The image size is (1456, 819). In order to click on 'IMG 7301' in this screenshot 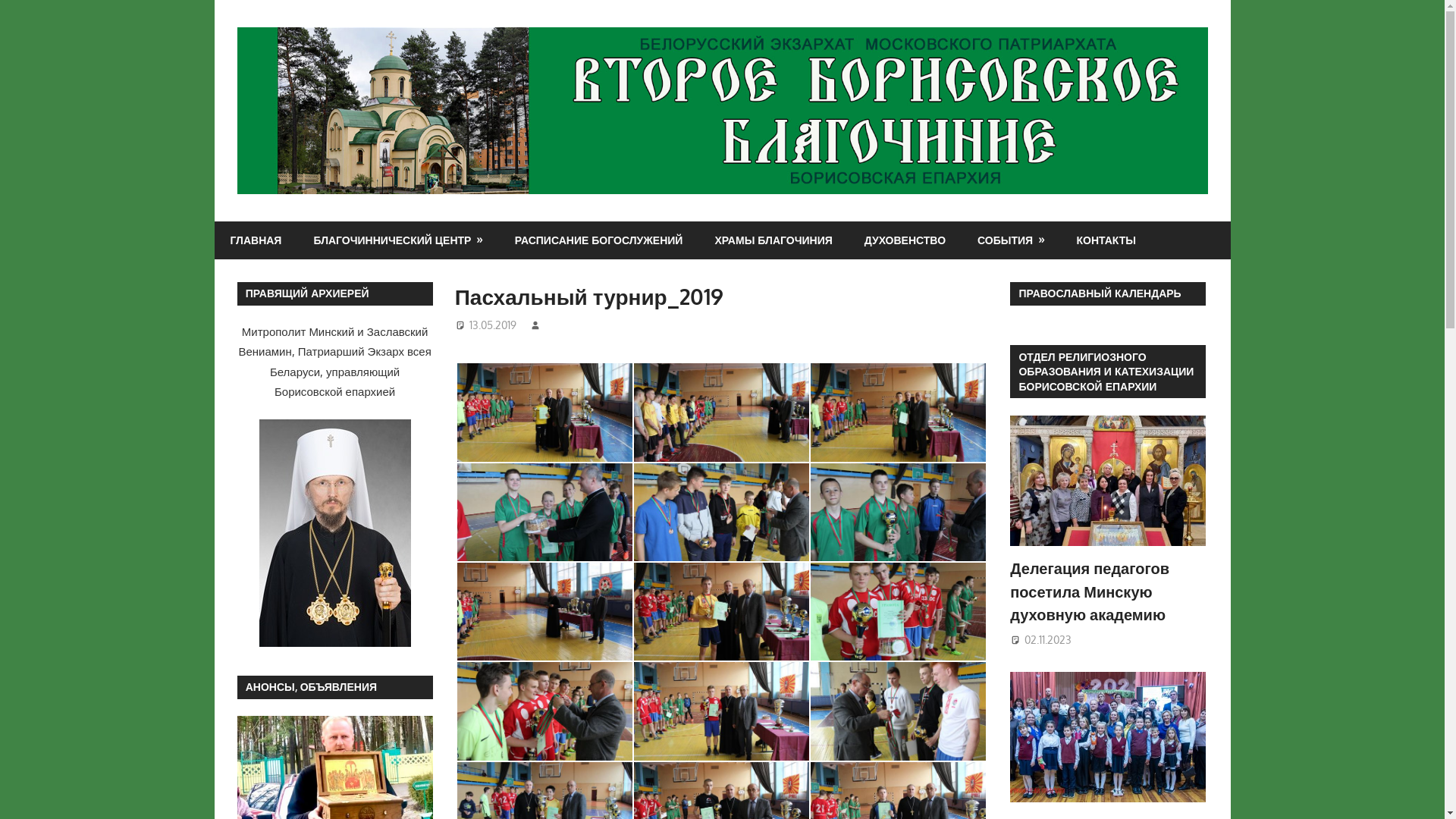, I will do `click(720, 610)`.